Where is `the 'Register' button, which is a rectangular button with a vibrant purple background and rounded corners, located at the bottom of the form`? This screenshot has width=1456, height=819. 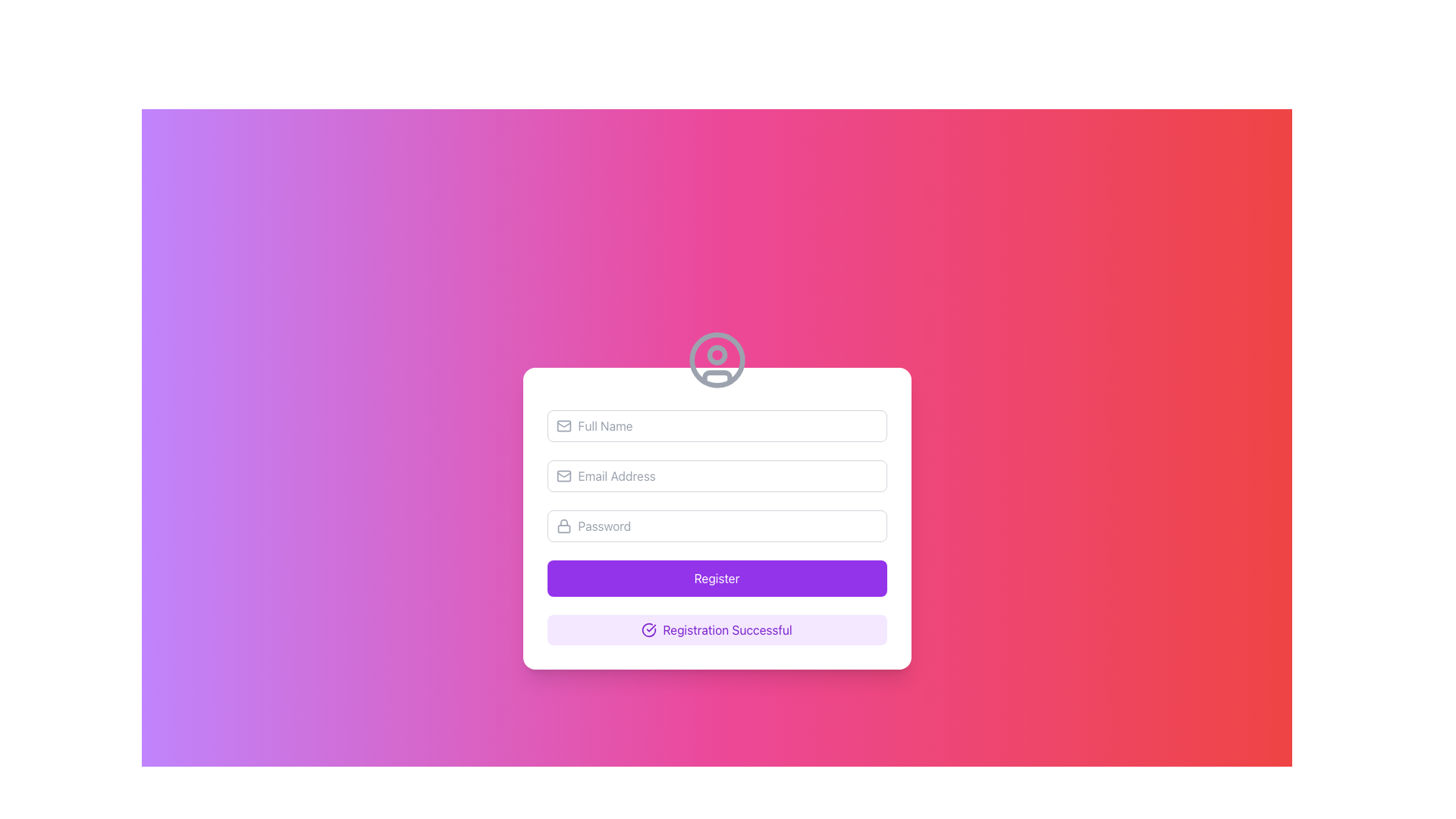 the 'Register' button, which is a rectangular button with a vibrant purple background and rounded corners, located at the bottom of the form is located at coordinates (716, 579).